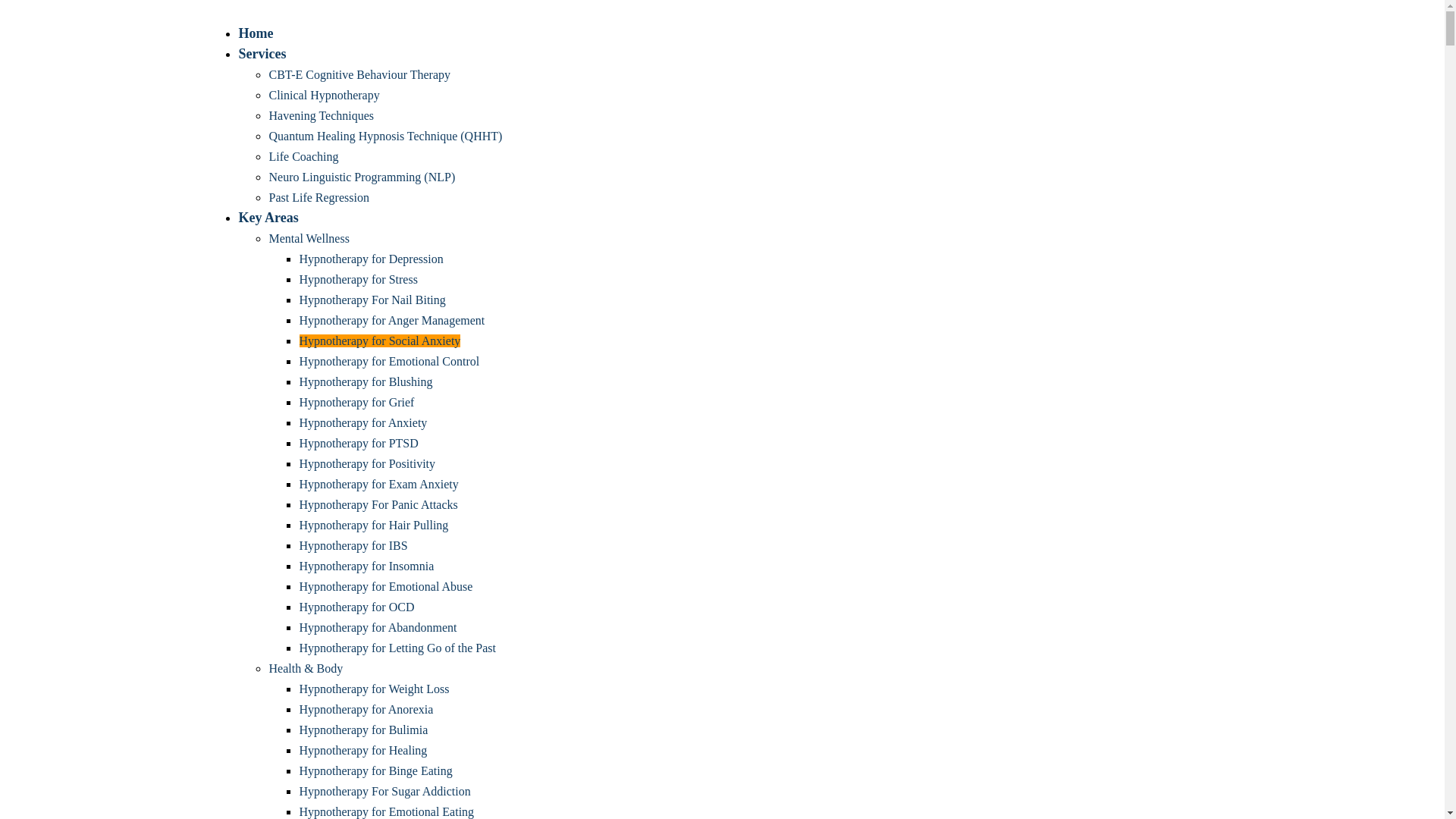  Describe the element at coordinates (362, 729) in the screenshot. I see `'Hypnotherapy for Bulimia'` at that location.